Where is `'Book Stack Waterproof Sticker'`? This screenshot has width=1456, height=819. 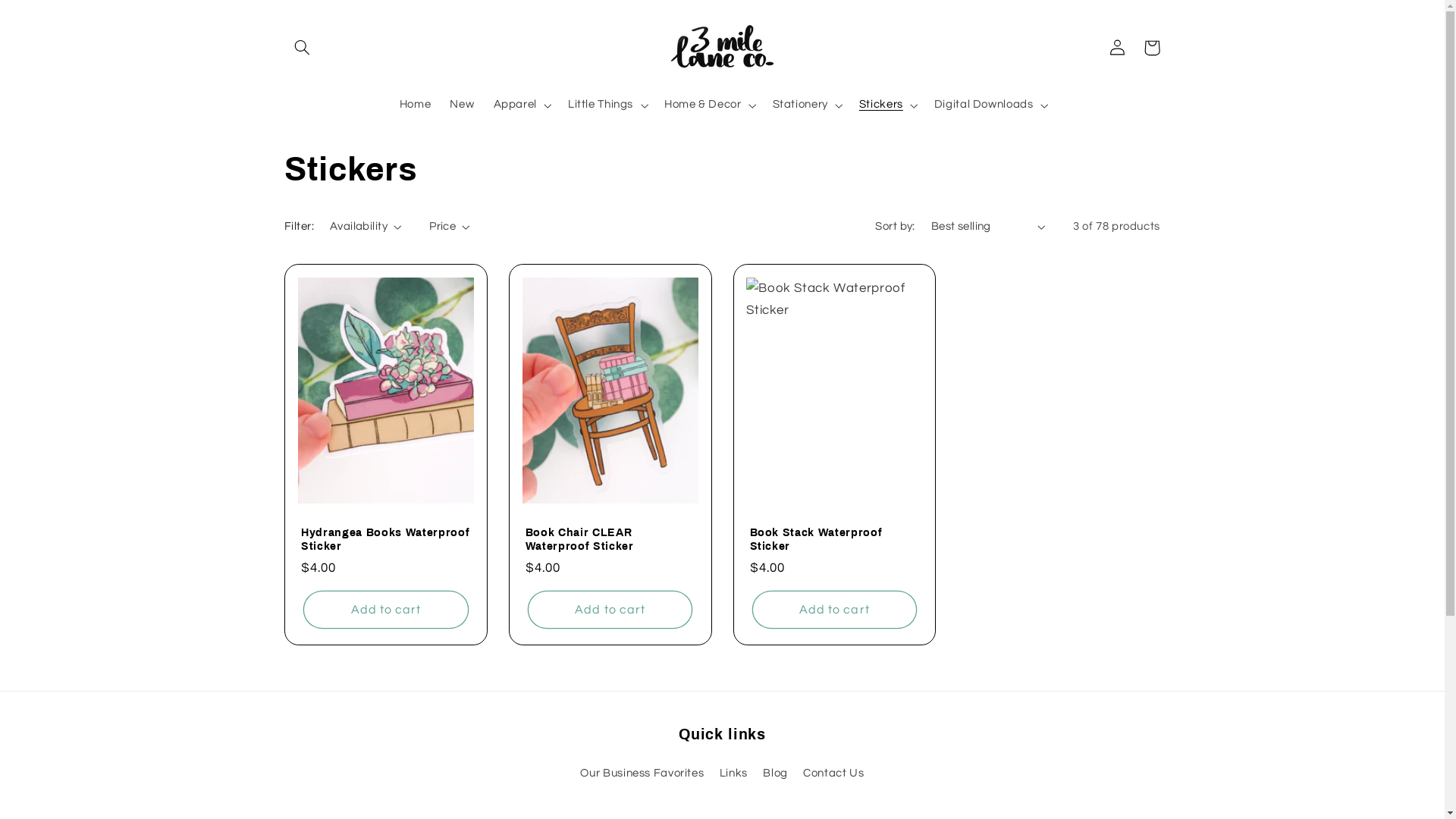
'Book Stack Waterproof Sticker' is located at coordinates (833, 538).